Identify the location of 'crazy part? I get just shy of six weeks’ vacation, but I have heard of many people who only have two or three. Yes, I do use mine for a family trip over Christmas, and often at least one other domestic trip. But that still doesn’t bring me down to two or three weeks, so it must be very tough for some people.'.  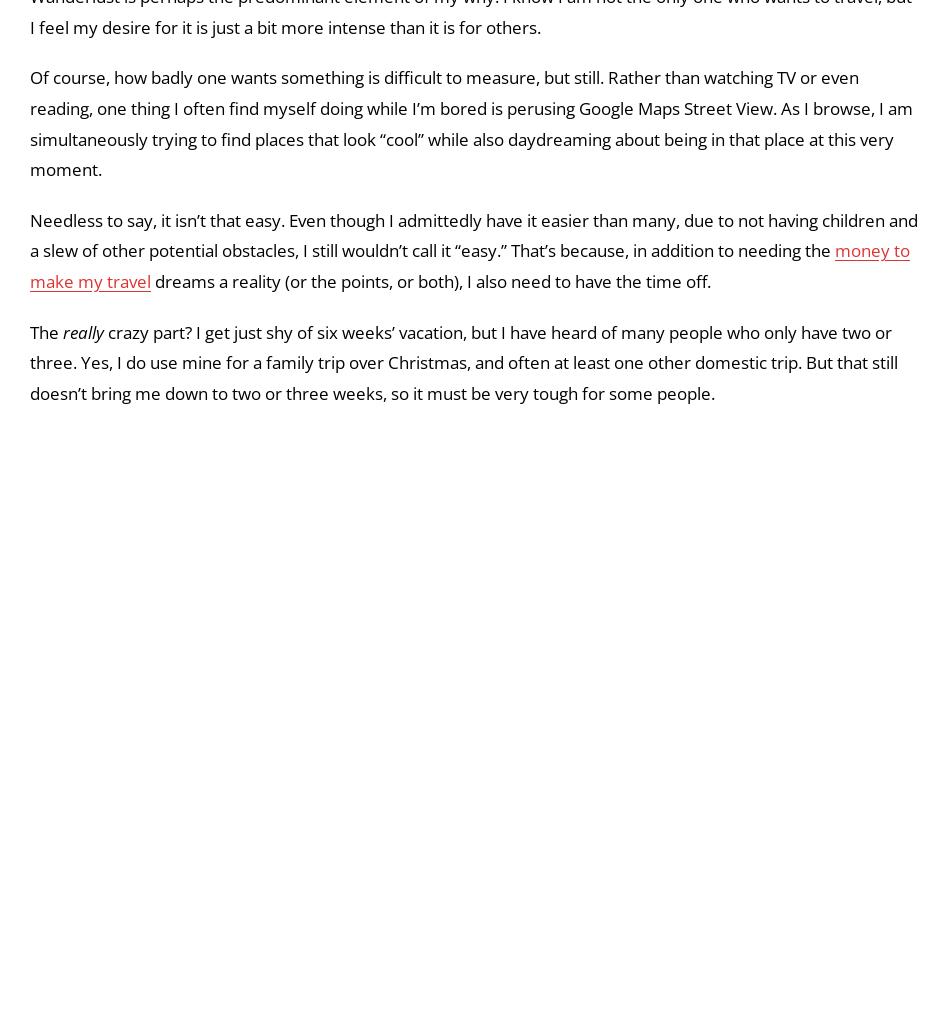
(462, 585).